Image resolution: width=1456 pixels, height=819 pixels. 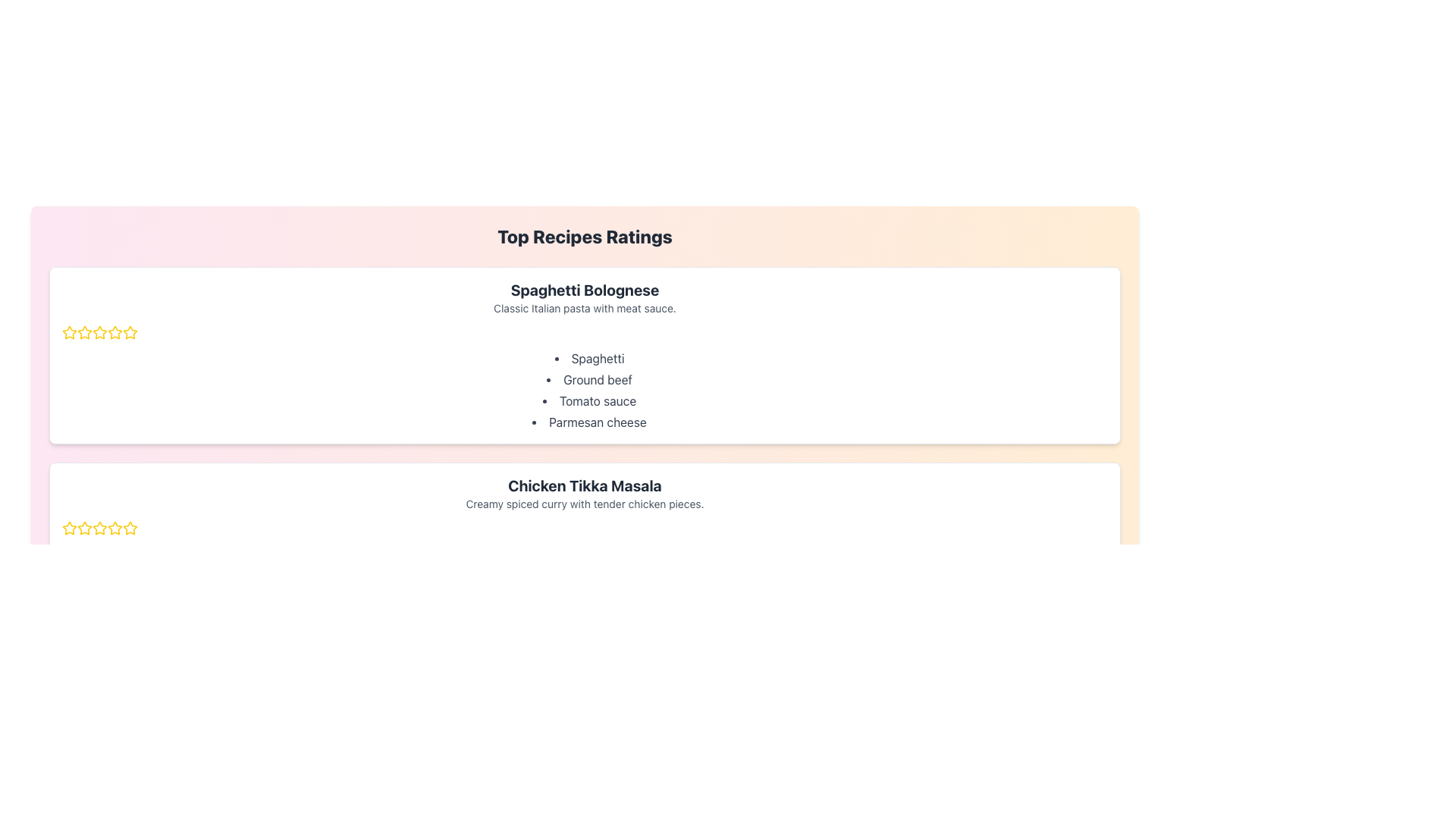 I want to click on the third star icon in the rating component for the 'Spaghetti Bolognese' to rate it, so click(x=83, y=332).